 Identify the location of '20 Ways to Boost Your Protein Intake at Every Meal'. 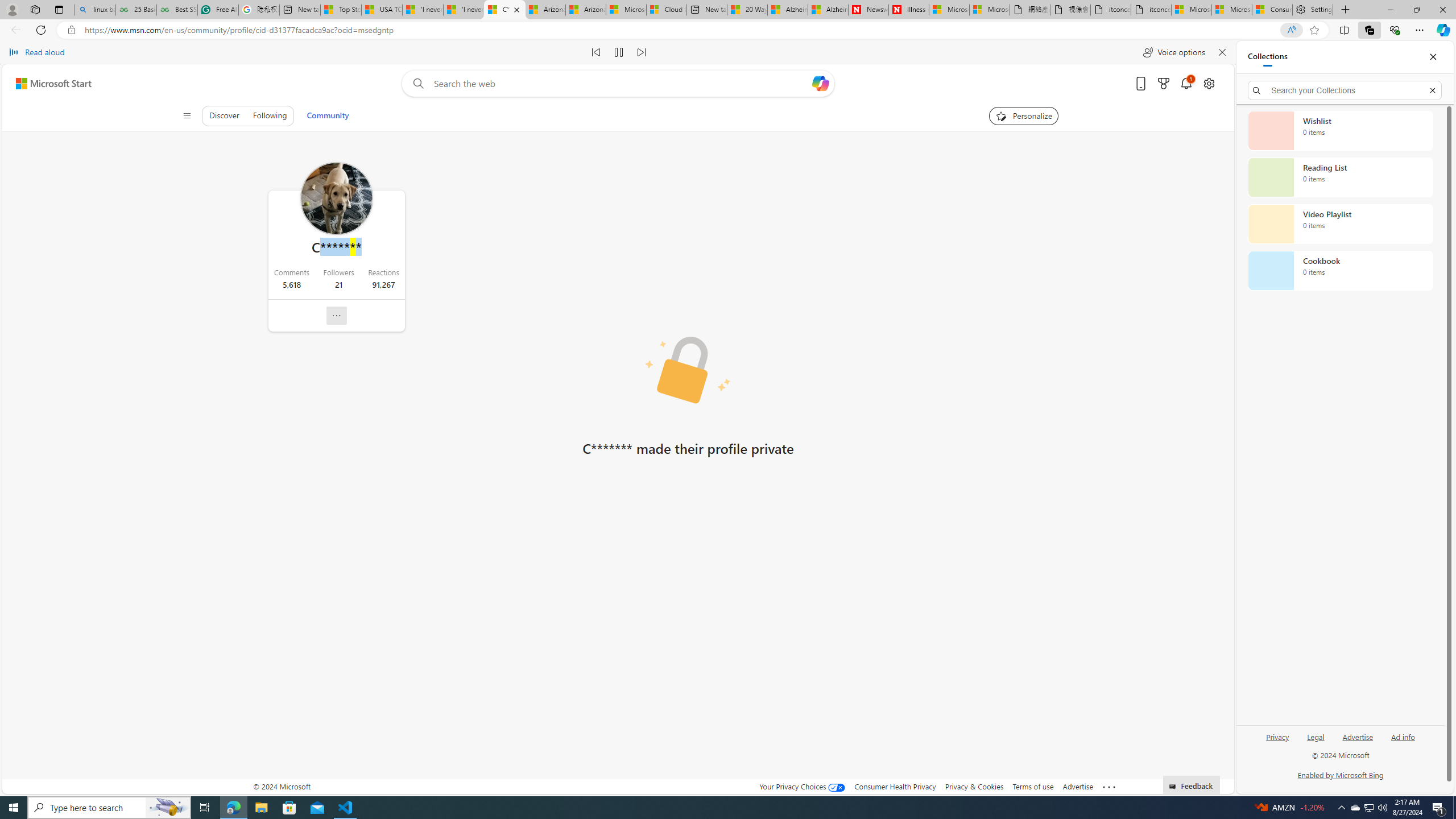
(746, 9).